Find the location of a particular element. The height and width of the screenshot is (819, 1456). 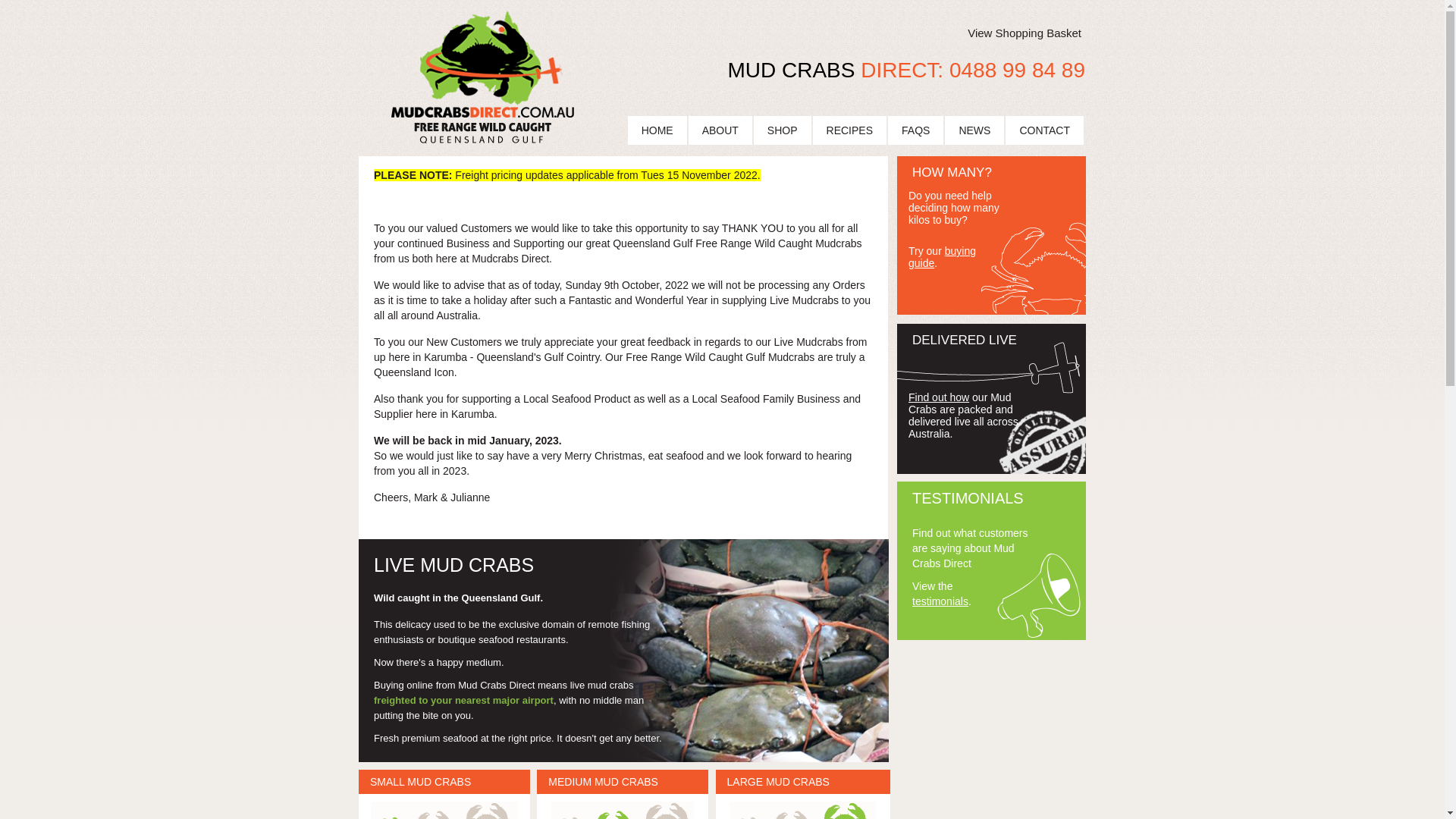

'HOME' is located at coordinates (657, 130).